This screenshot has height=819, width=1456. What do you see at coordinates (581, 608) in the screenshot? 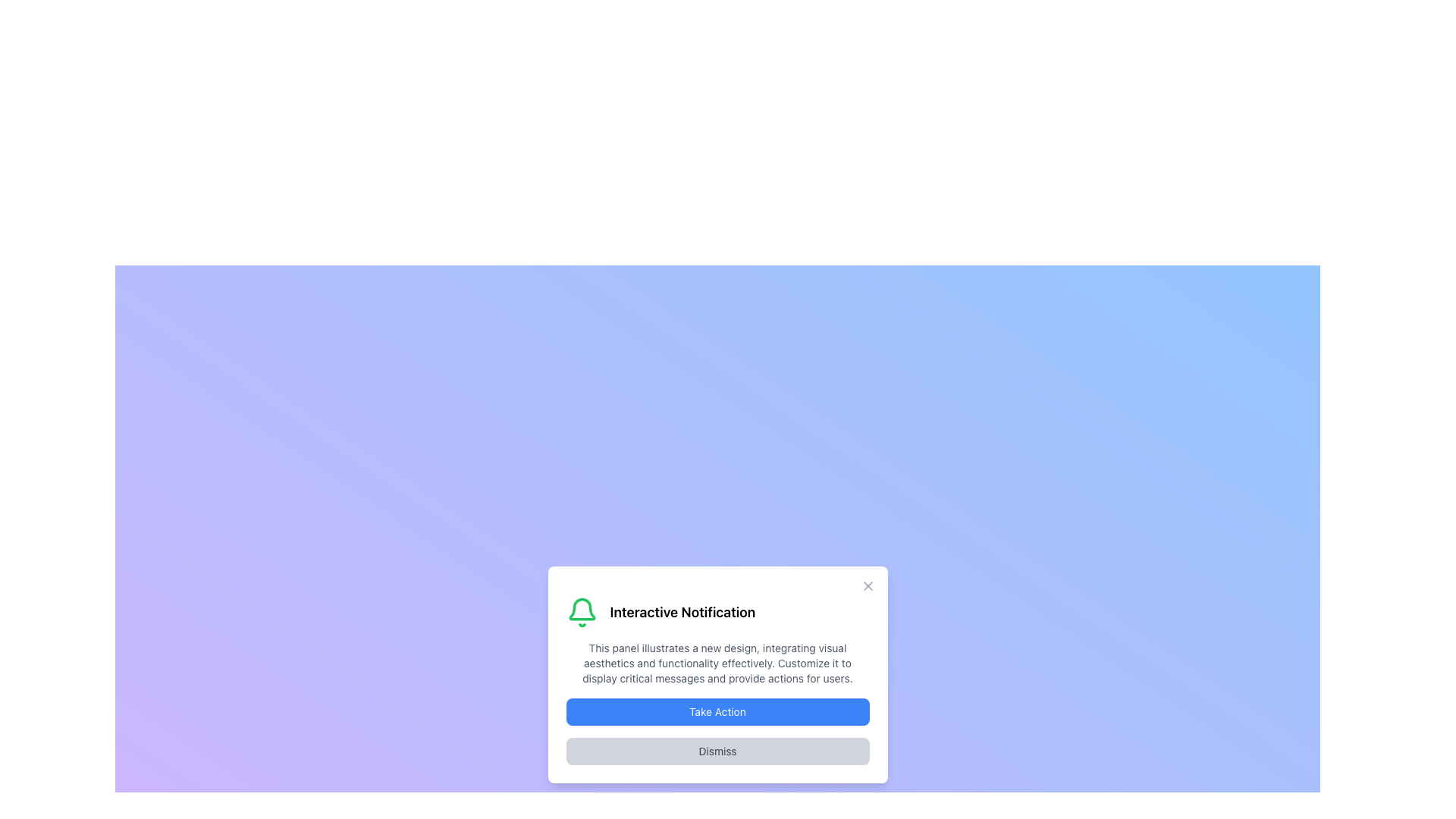
I see `the green bell-shaped notification icon located above the text 'Interactive Notification' in the notification panel` at bounding box center [581, 608].